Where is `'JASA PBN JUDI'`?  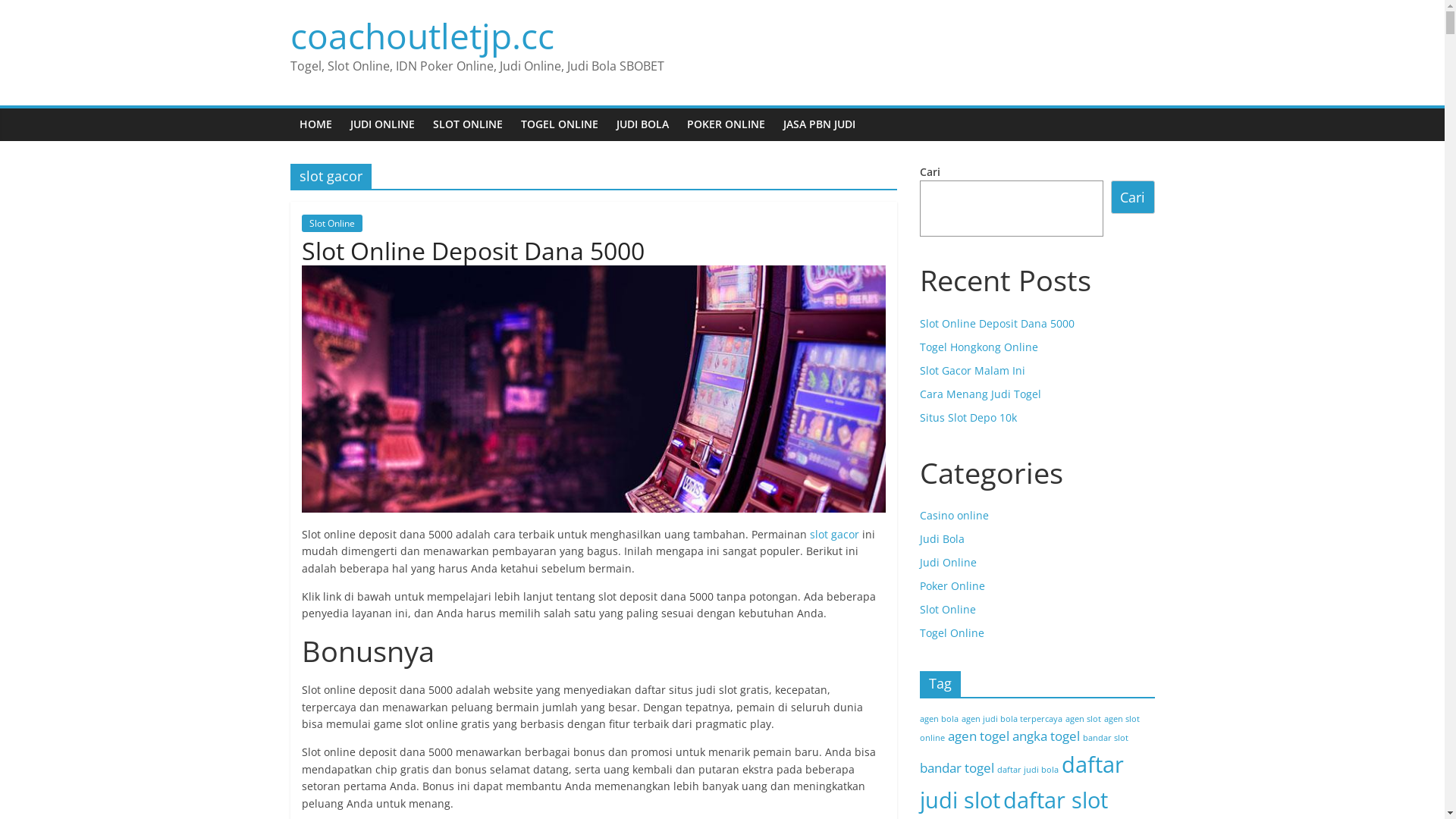 'JASA PBN JUDI' is located at coordinates (817, 124).